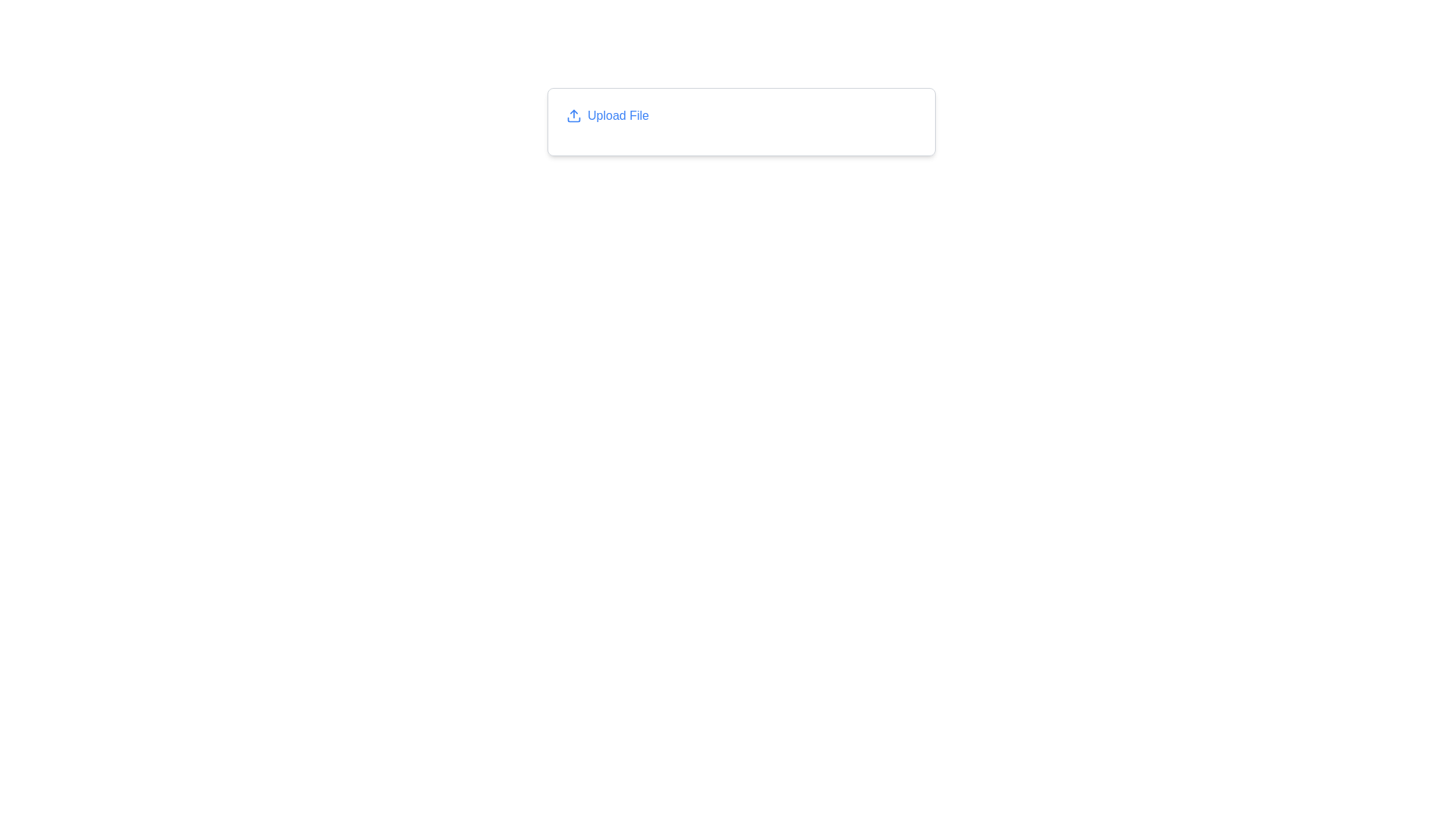 The image size is (1456, 819). What do you see at coordinates (573, 115) in the screenshot?
I see `the upload icon, which is styled with a blue stroke and features an upward-pointing arrow emerging from a flat base, located at the center-left of the 'Upload File' text label` at bounding box center [573, 115].